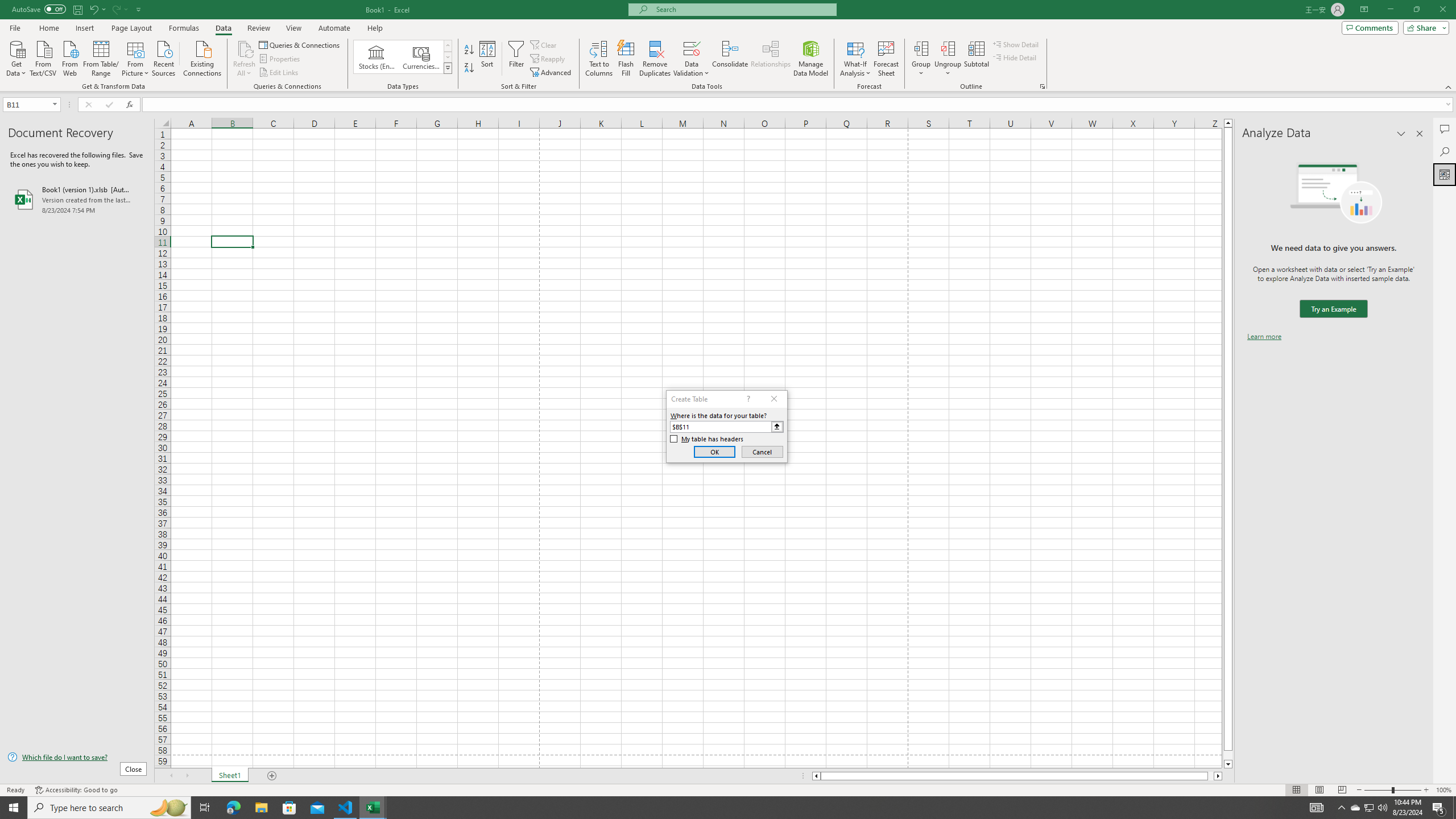 The height and width of the screenshot is (819, 1456). I want to click on 'Formulas', so click(185, 28).